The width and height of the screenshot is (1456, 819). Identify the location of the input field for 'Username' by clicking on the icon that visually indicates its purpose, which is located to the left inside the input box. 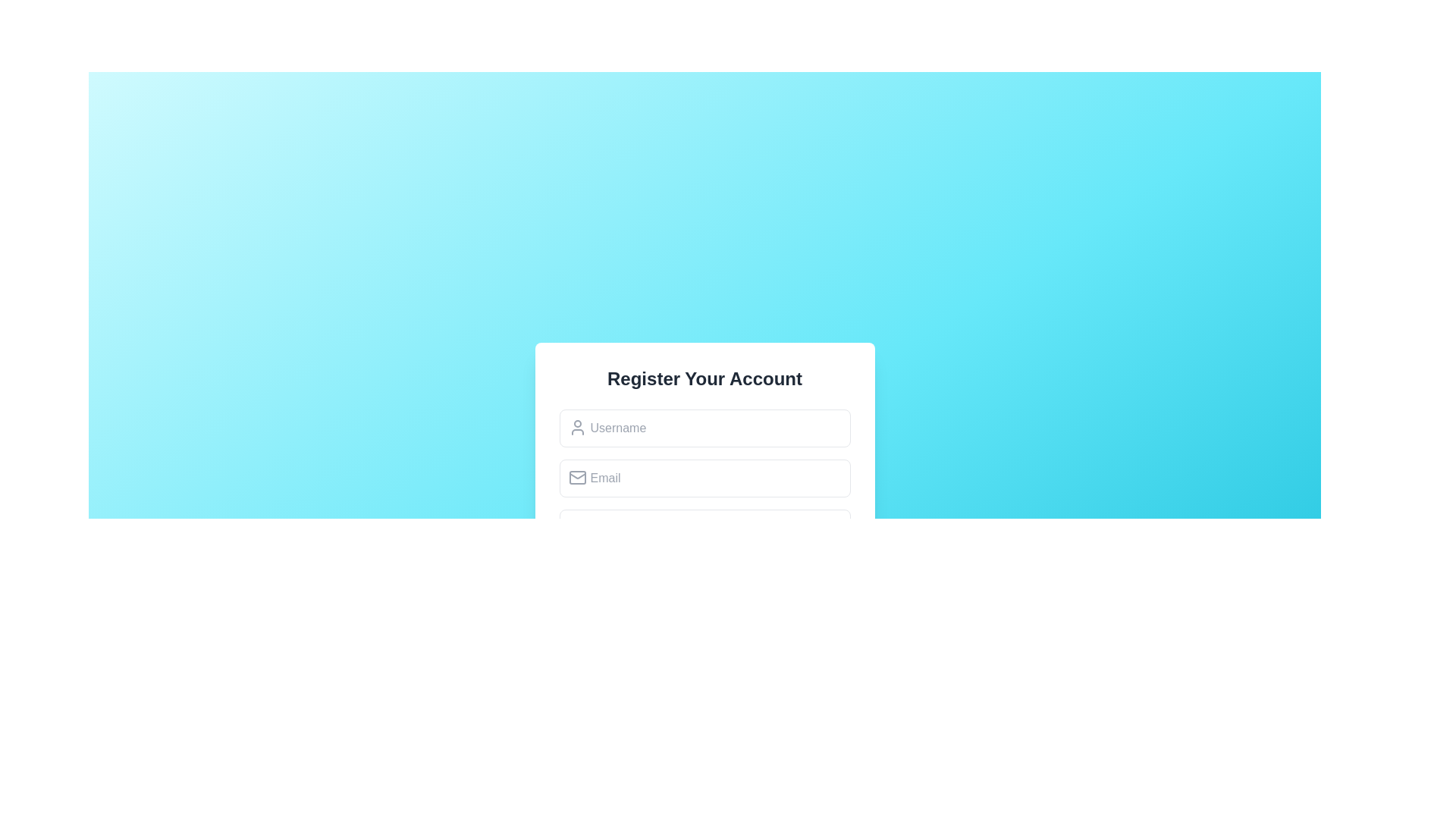
(576, 427).